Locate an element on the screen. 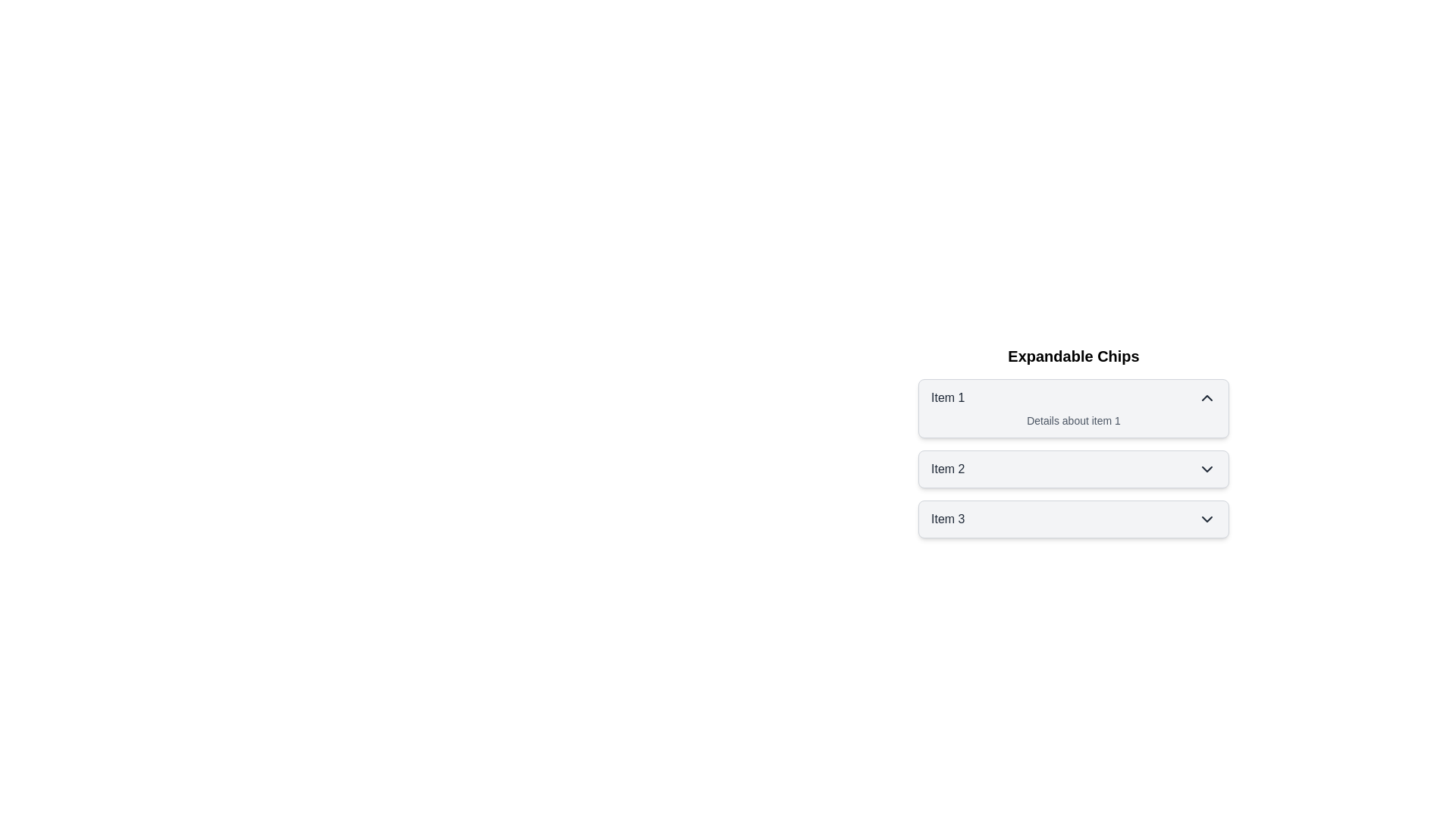 This screenshot has height=819, width=1456. the label of chip Item 3 to toggle its state is located at coordinates (946, 519).